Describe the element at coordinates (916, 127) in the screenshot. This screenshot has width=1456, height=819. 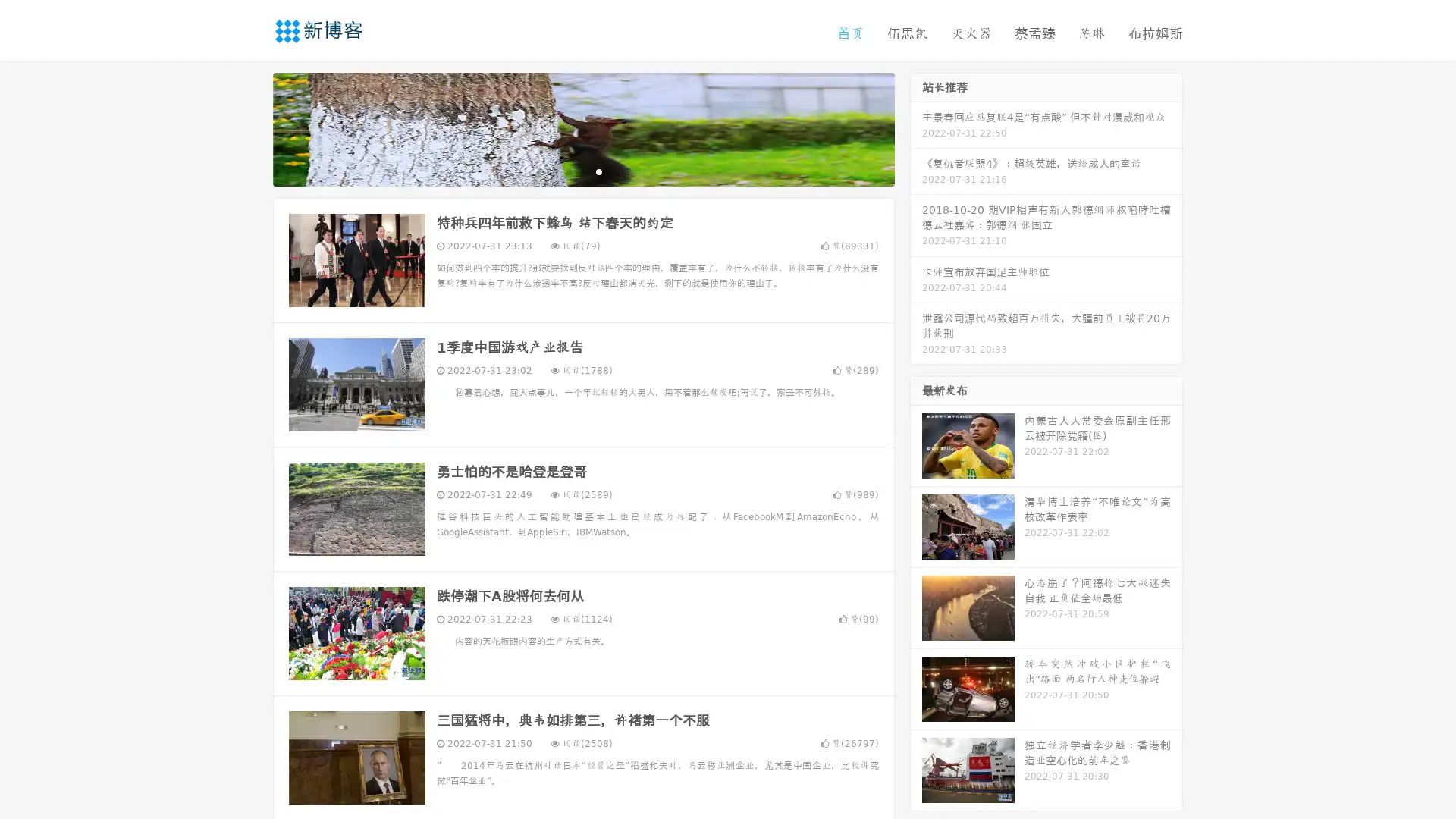
I see `Next slide` at that location.